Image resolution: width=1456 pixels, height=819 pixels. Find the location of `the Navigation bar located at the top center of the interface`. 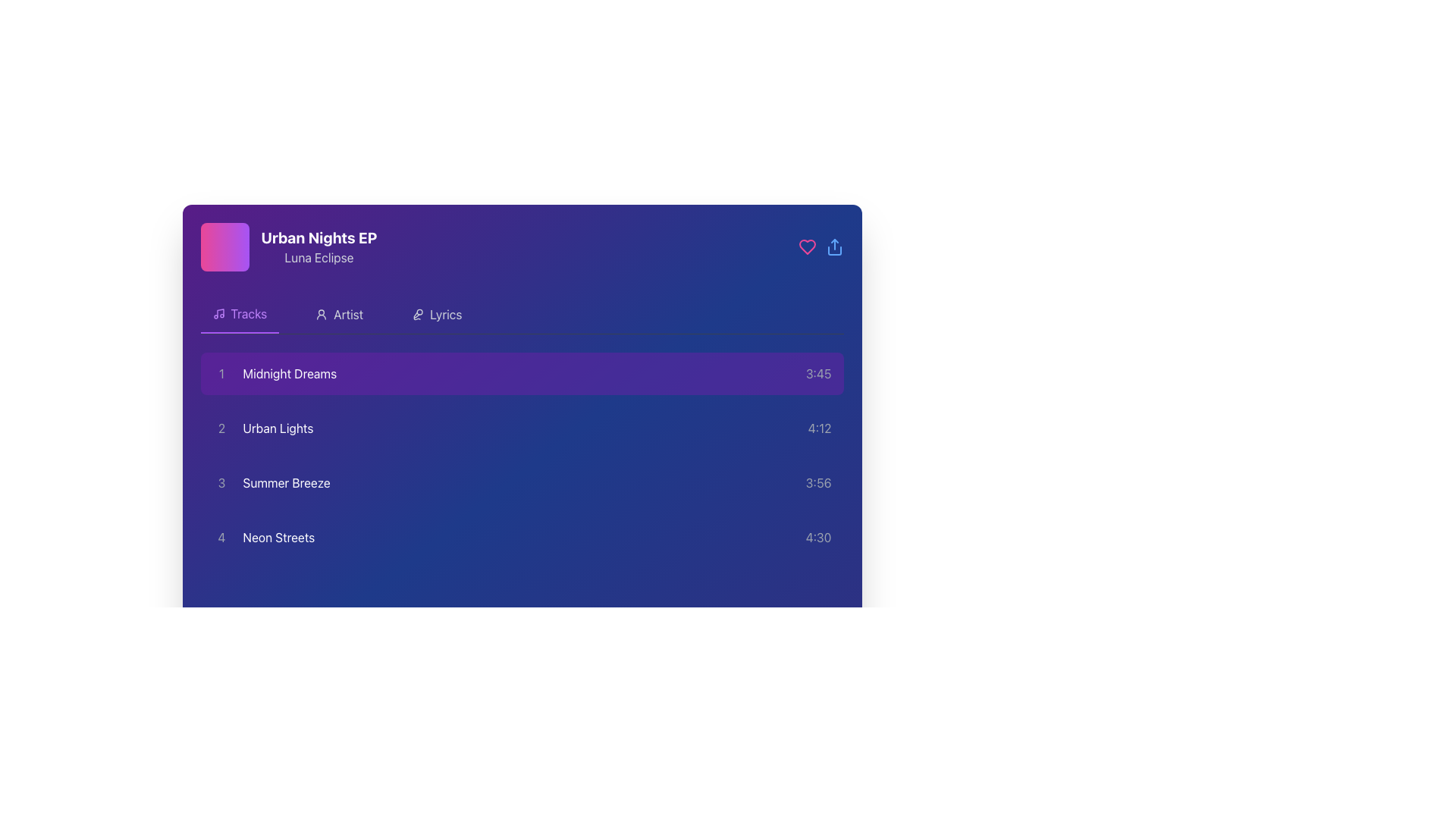

the Navigation bar located at the top center of the interface is located at coordinates (522, 314).